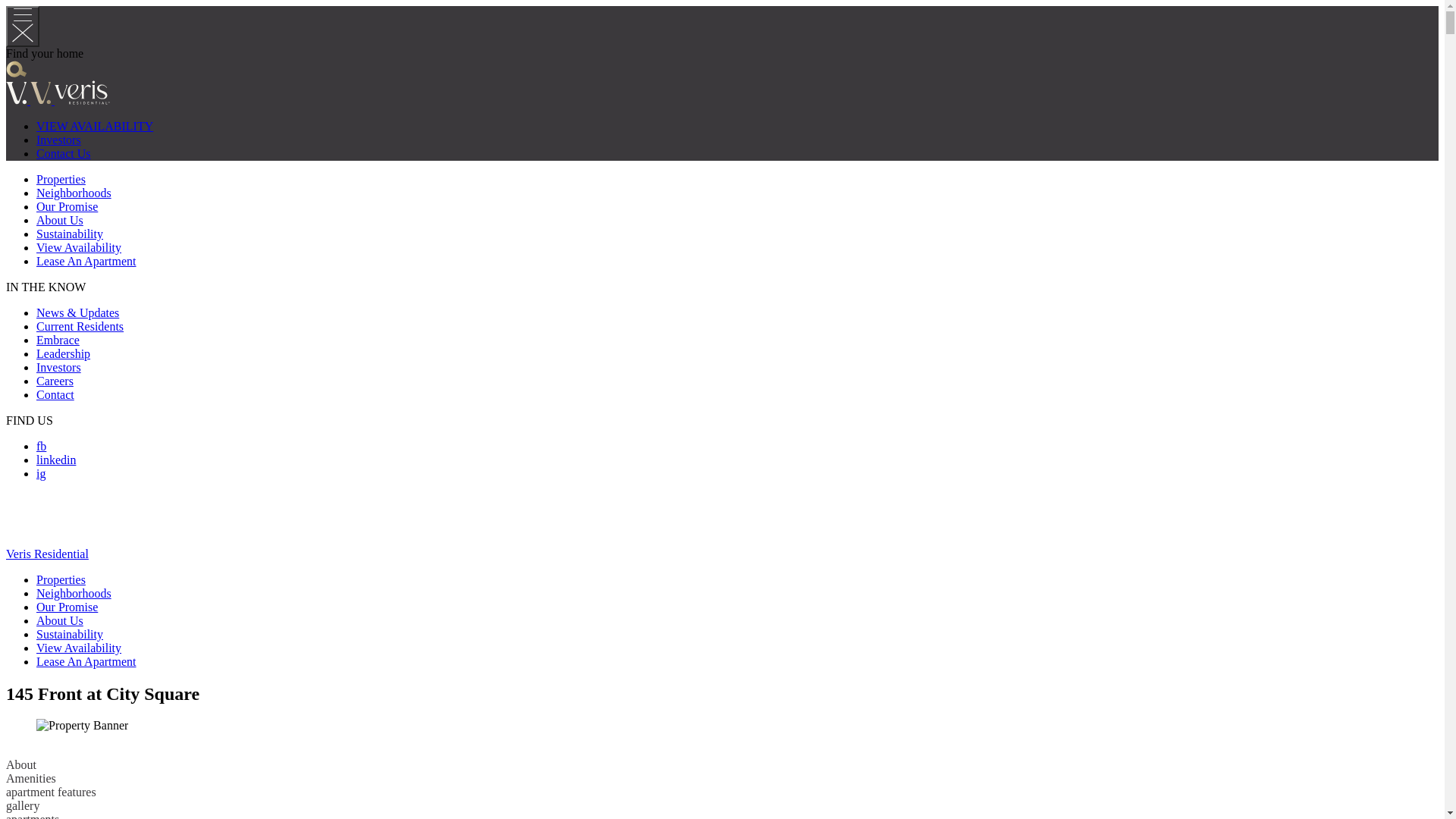  Describe the element at coordinates (66, 606) in the screenshot. I see `'Our Promise'` at that location.